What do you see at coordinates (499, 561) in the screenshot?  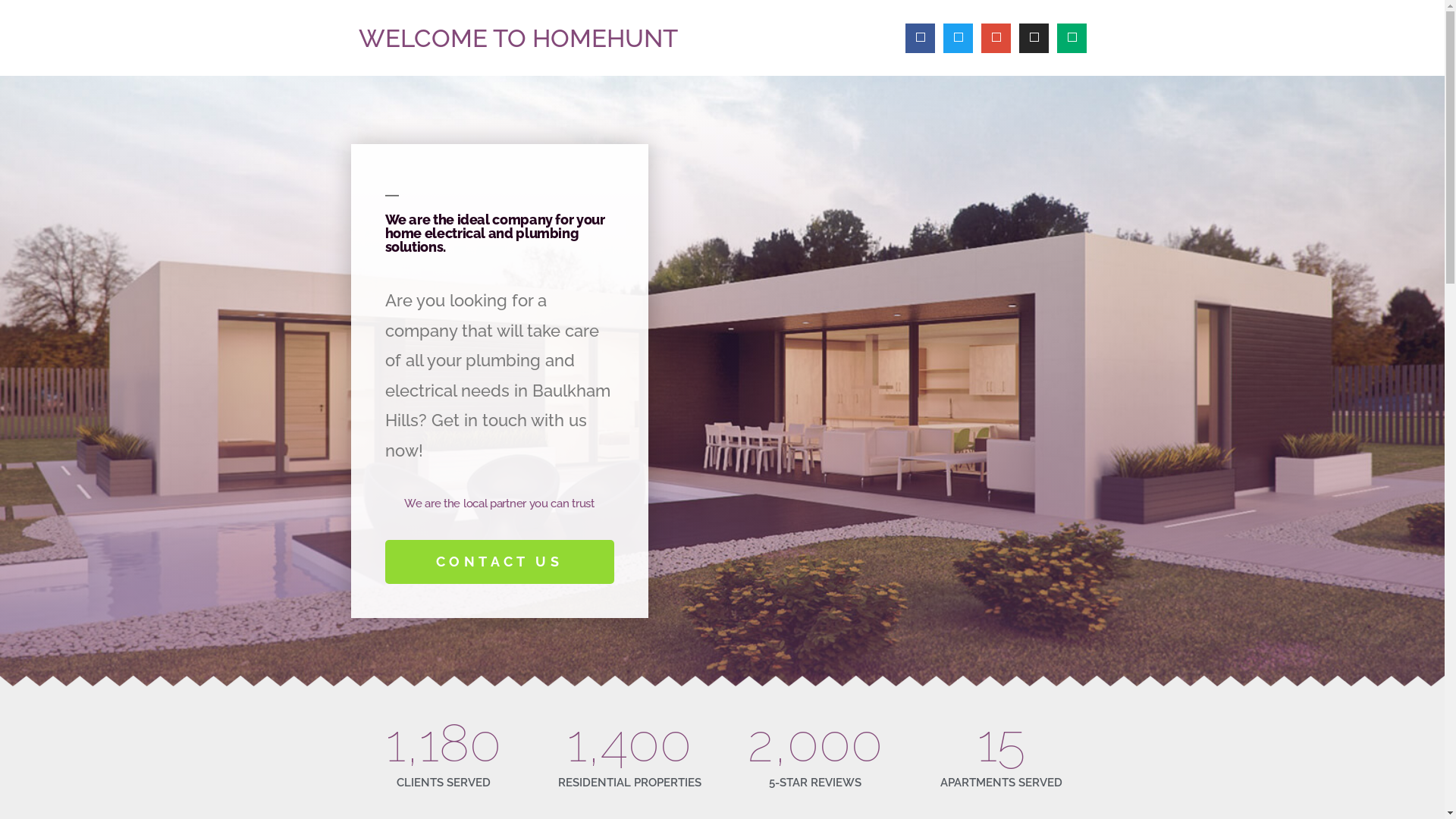 I see `'CONTACT US'` at bounding box center [499, 561].